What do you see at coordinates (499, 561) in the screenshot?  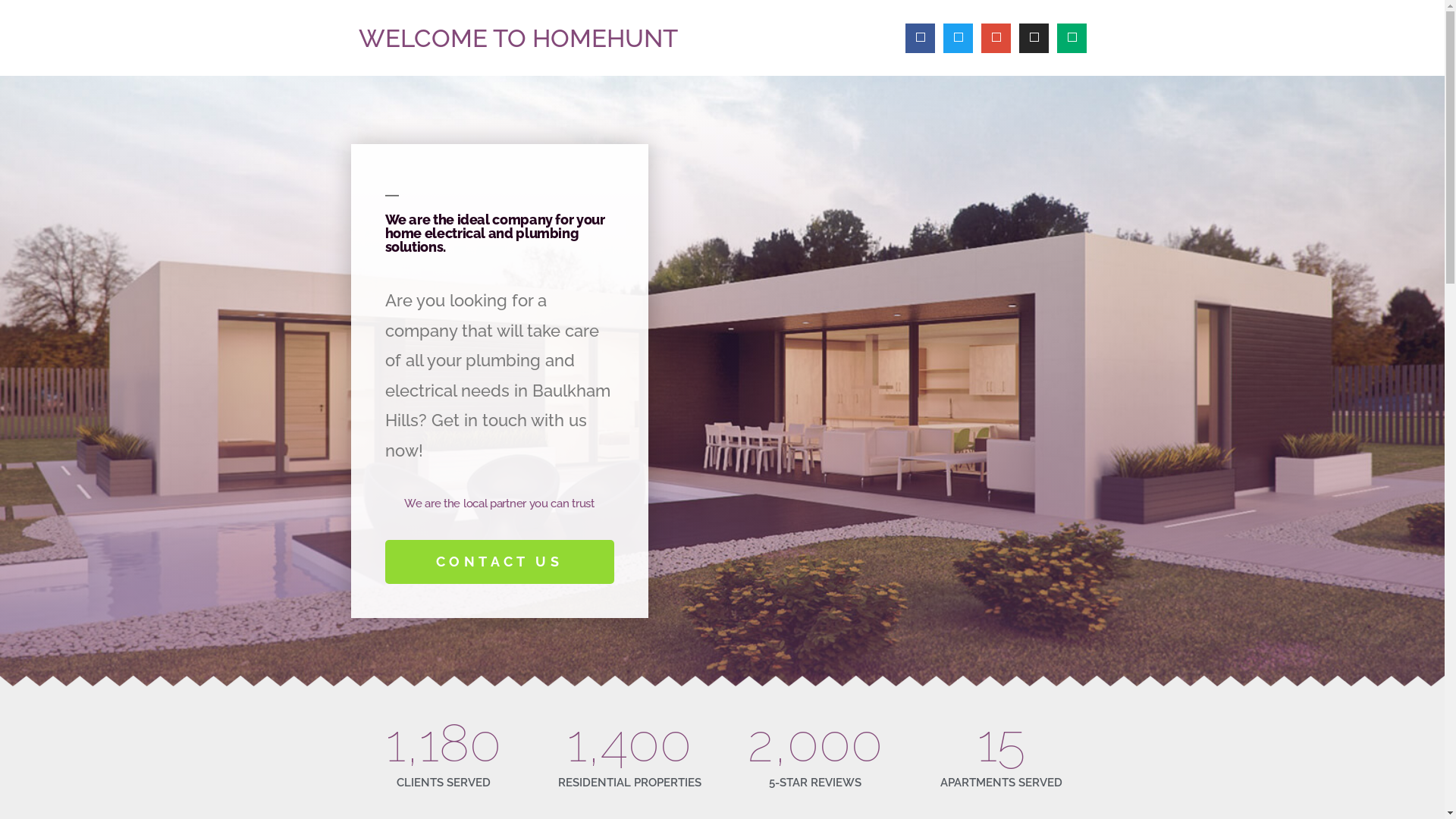 I see `'CONTACT US'` at bounding box center [499, 561].